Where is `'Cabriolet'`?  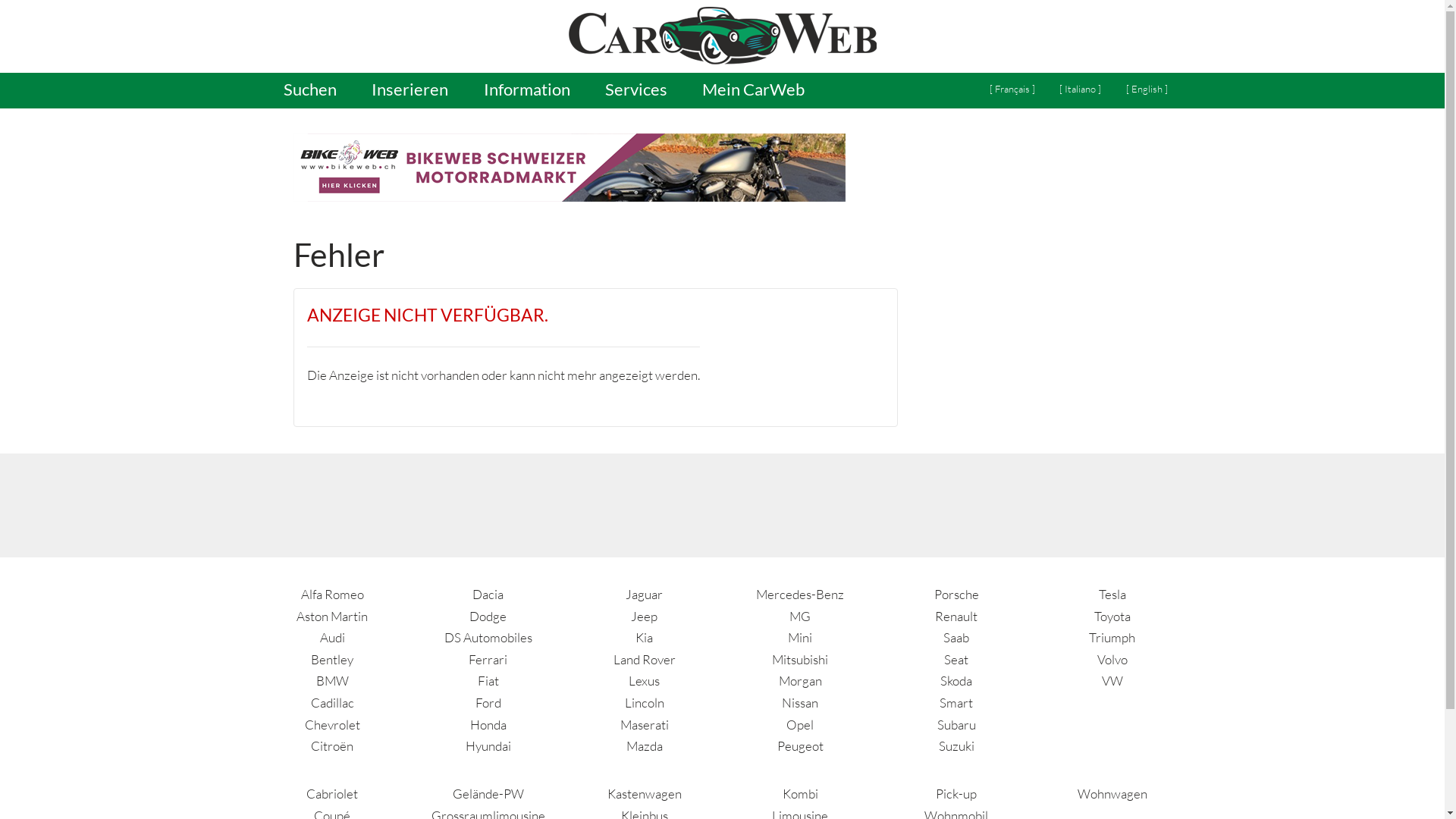 'Cabriolet' is located at coordinates (331, 792).